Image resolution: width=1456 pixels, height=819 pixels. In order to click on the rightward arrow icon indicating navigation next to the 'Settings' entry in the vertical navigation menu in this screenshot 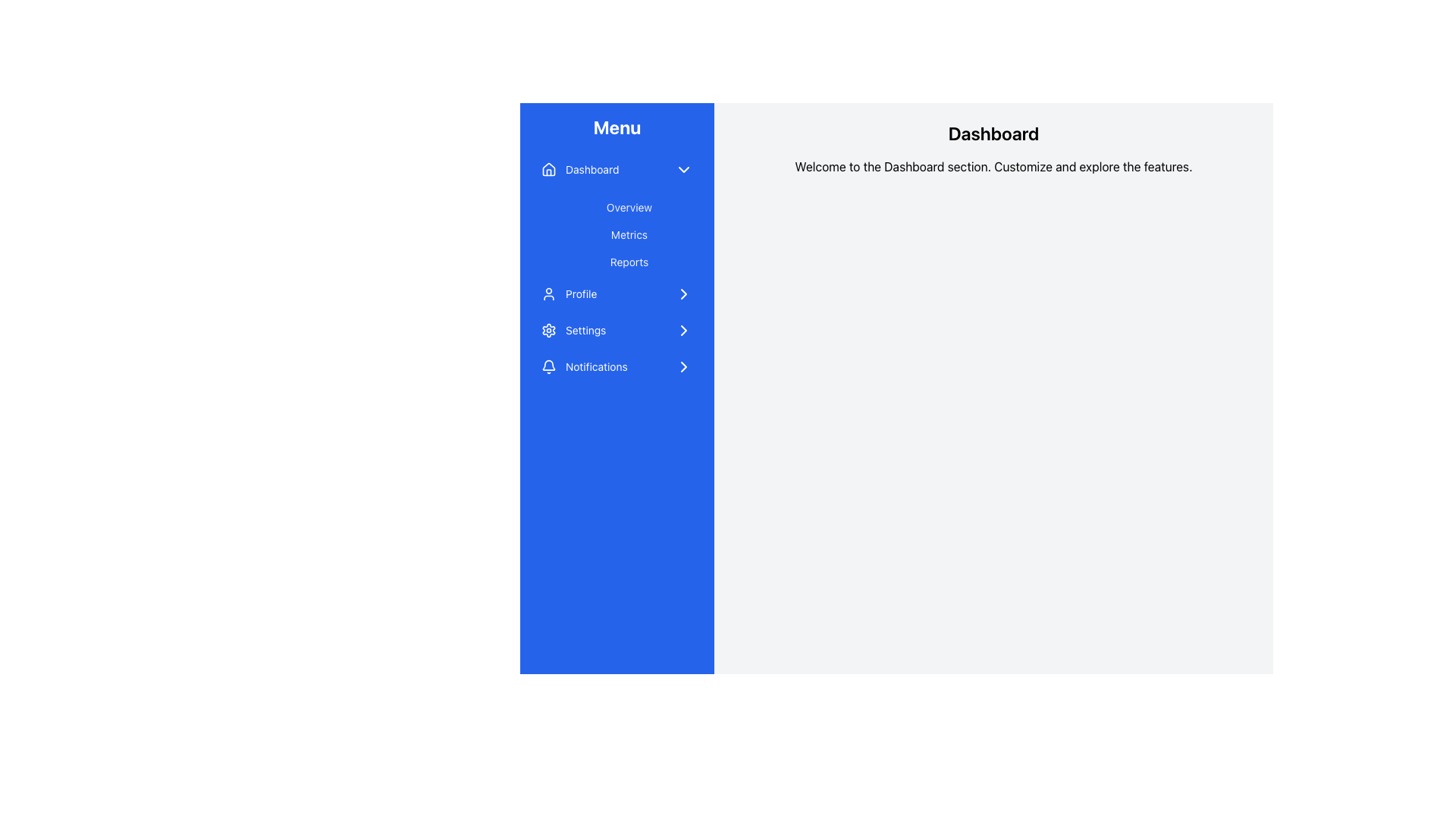, I will do `click(683, 329)`.